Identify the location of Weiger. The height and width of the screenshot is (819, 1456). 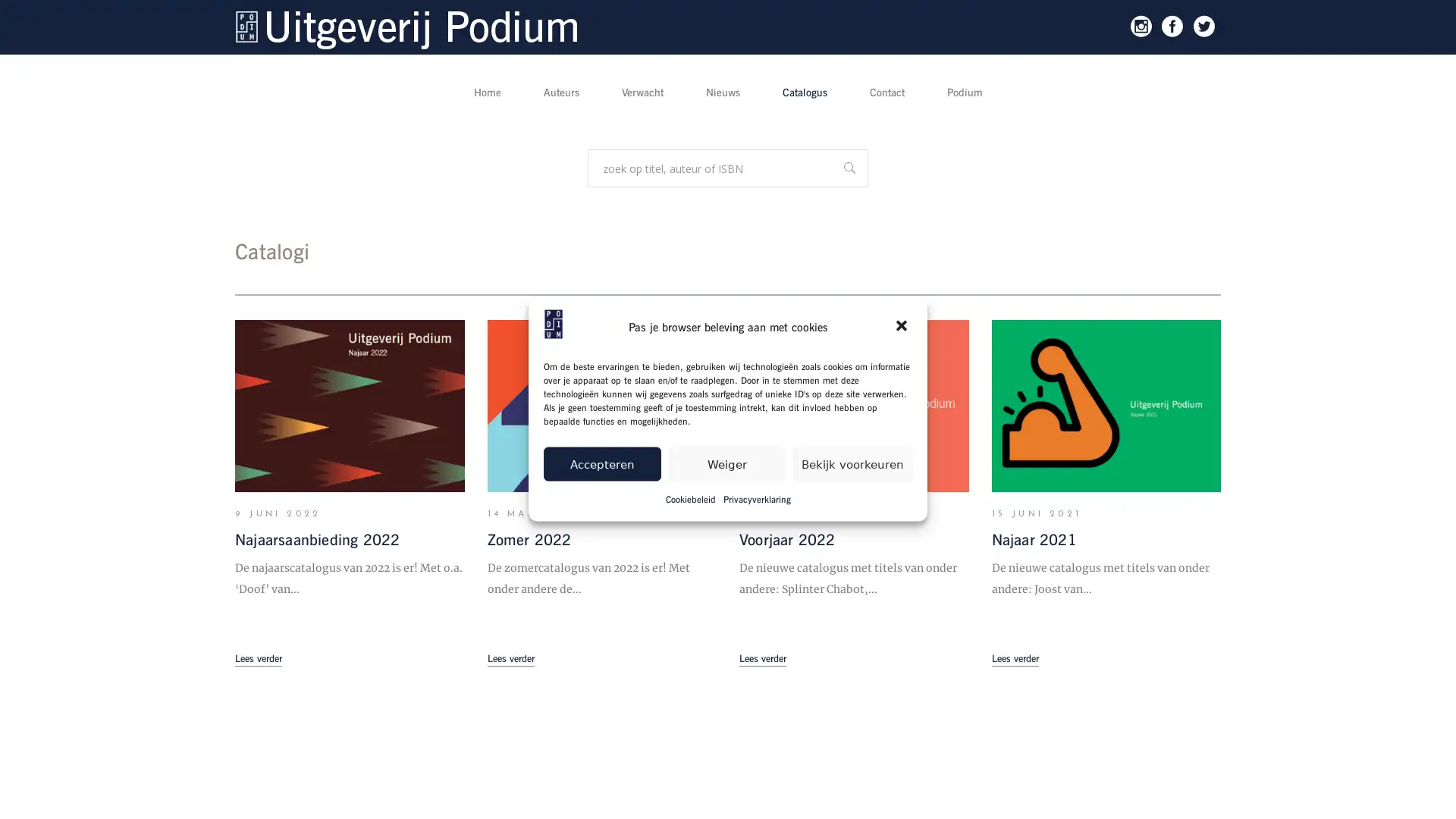
(726, 463).